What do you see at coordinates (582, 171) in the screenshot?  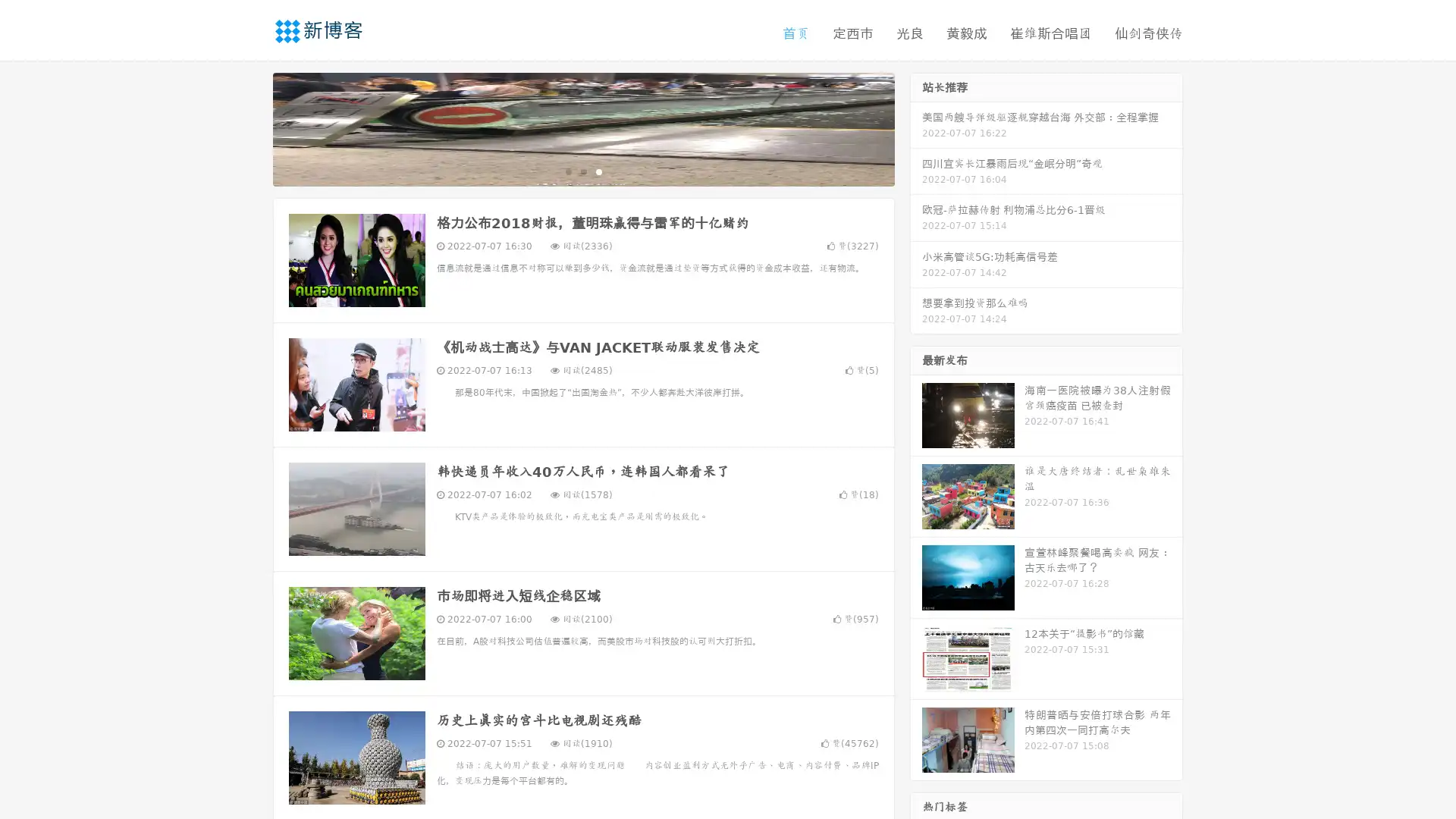 I see `Go to slide 2` at bounding box center [582, 171].